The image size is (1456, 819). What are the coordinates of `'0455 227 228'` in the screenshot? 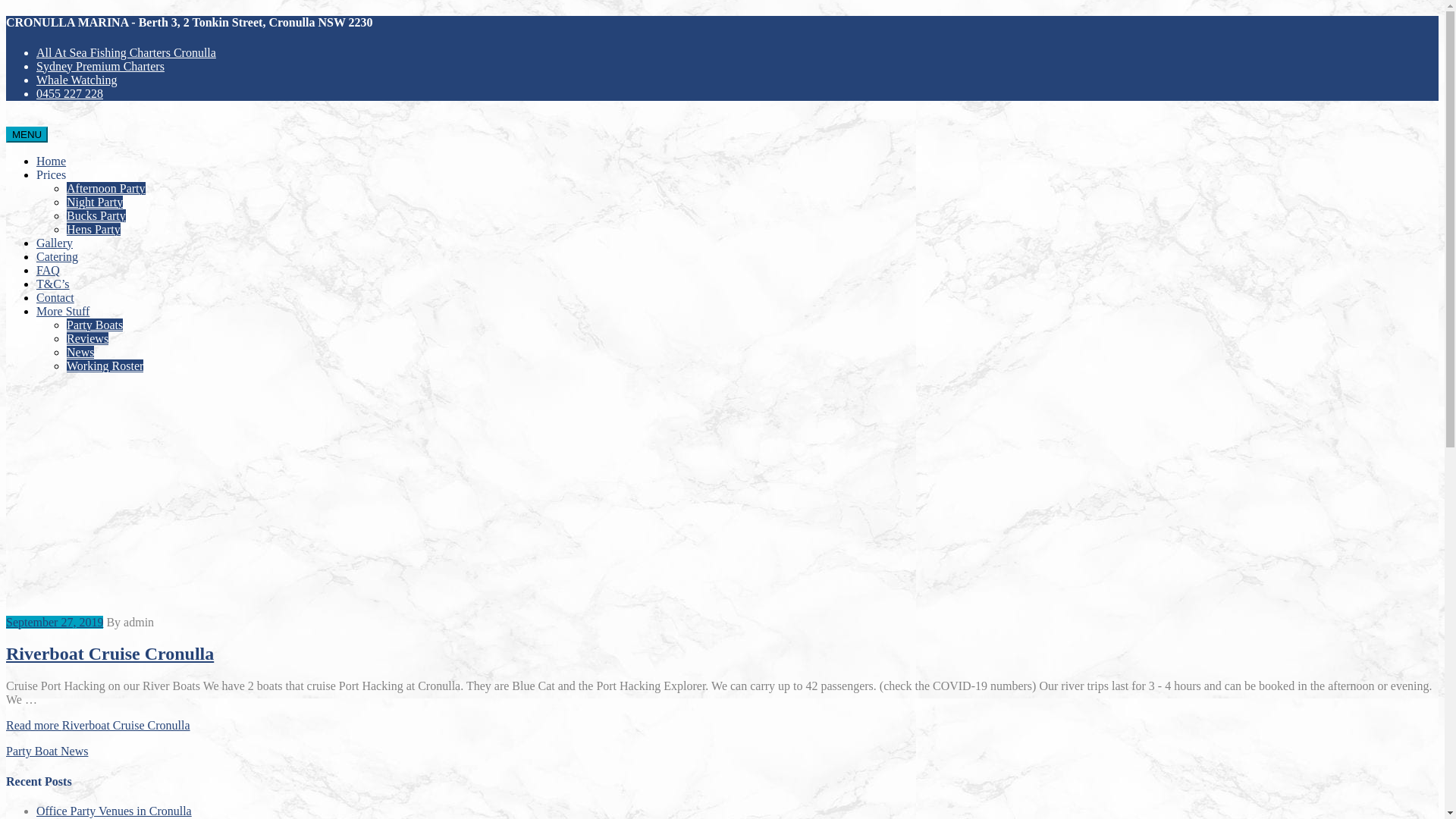 It's located at (68, 93).